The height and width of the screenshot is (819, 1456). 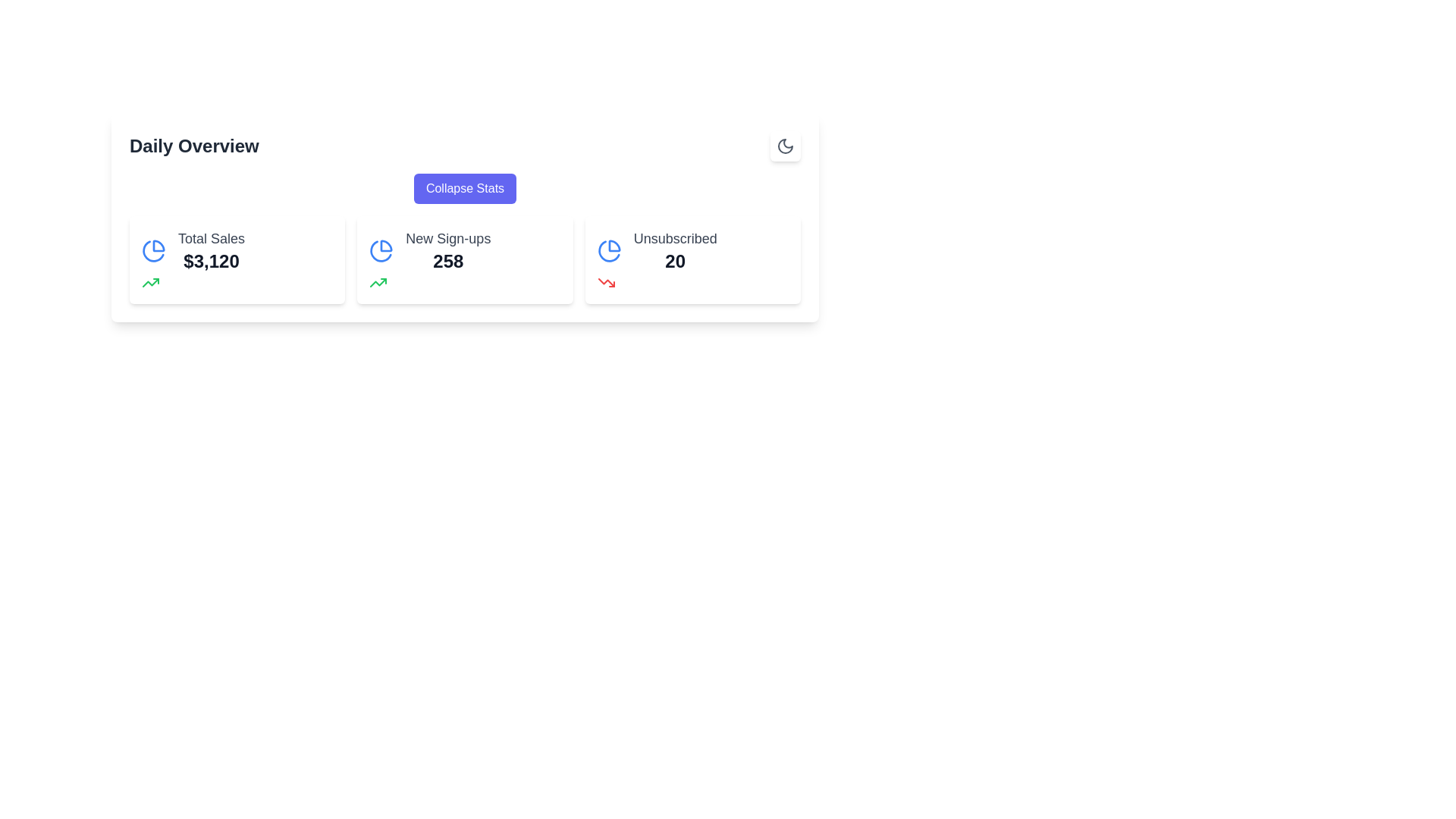 What do you see at coordinates (210, 239) in the screenshot?
I see `the 'Total Sales' label located at the top of the first card` at bounding box center [210, 239].